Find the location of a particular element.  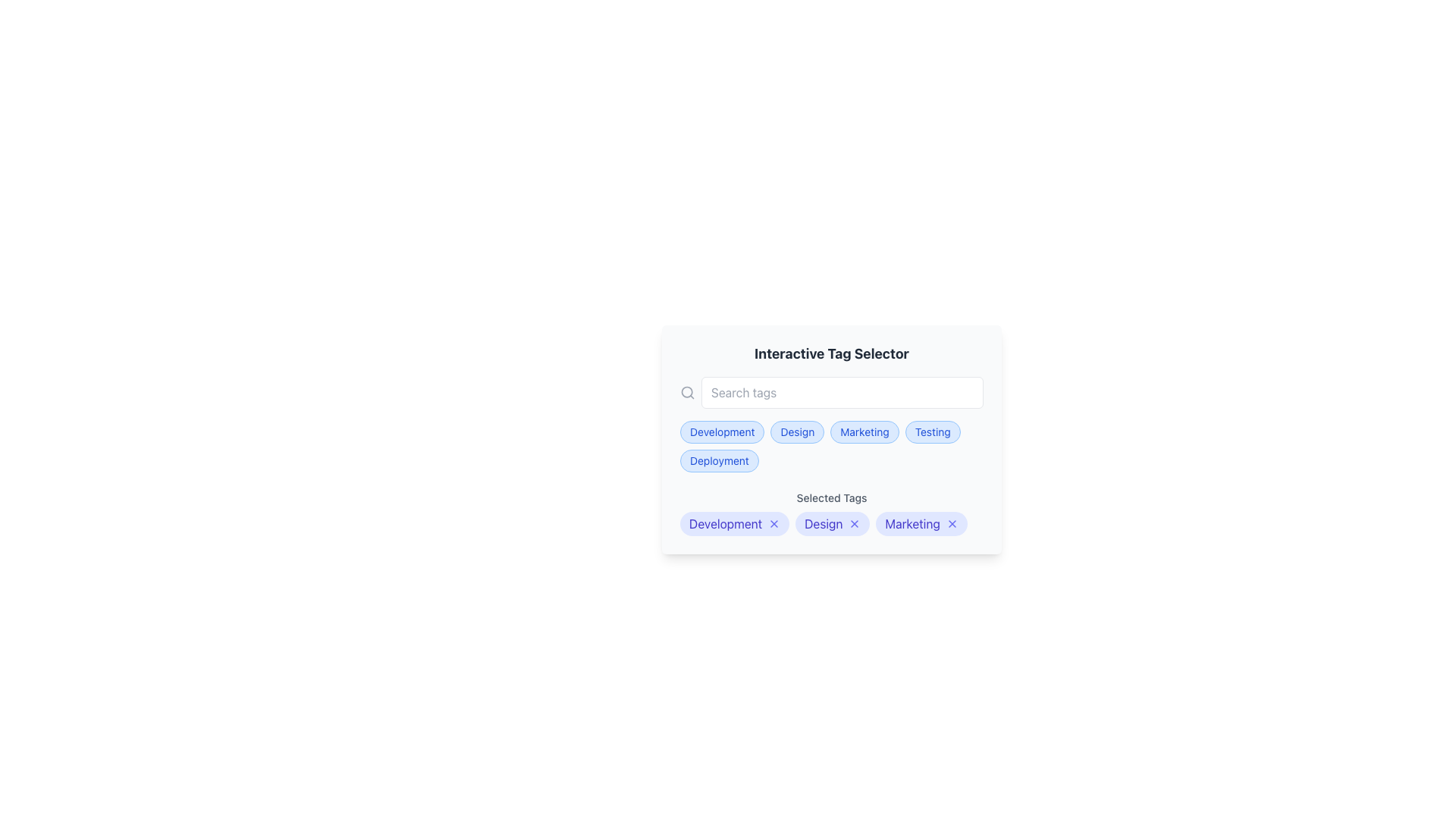

the 'Remove Marketing' button located in the 'Selected Tags' section is located at coordinates (951, 522).